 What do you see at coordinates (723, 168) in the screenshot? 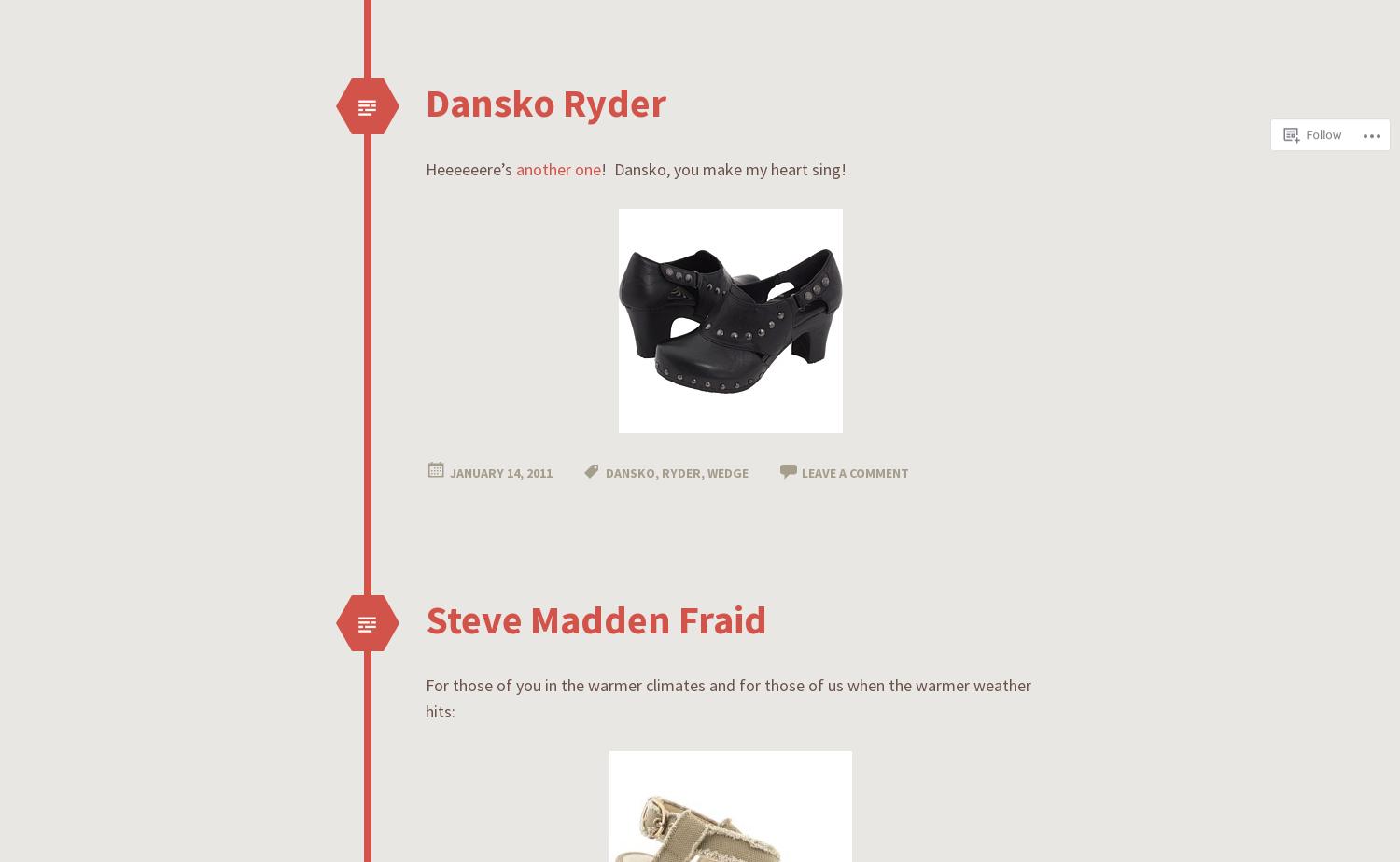
I see `'!  Dansko, you make my heart sing!'` at bounding box center [723, 168].